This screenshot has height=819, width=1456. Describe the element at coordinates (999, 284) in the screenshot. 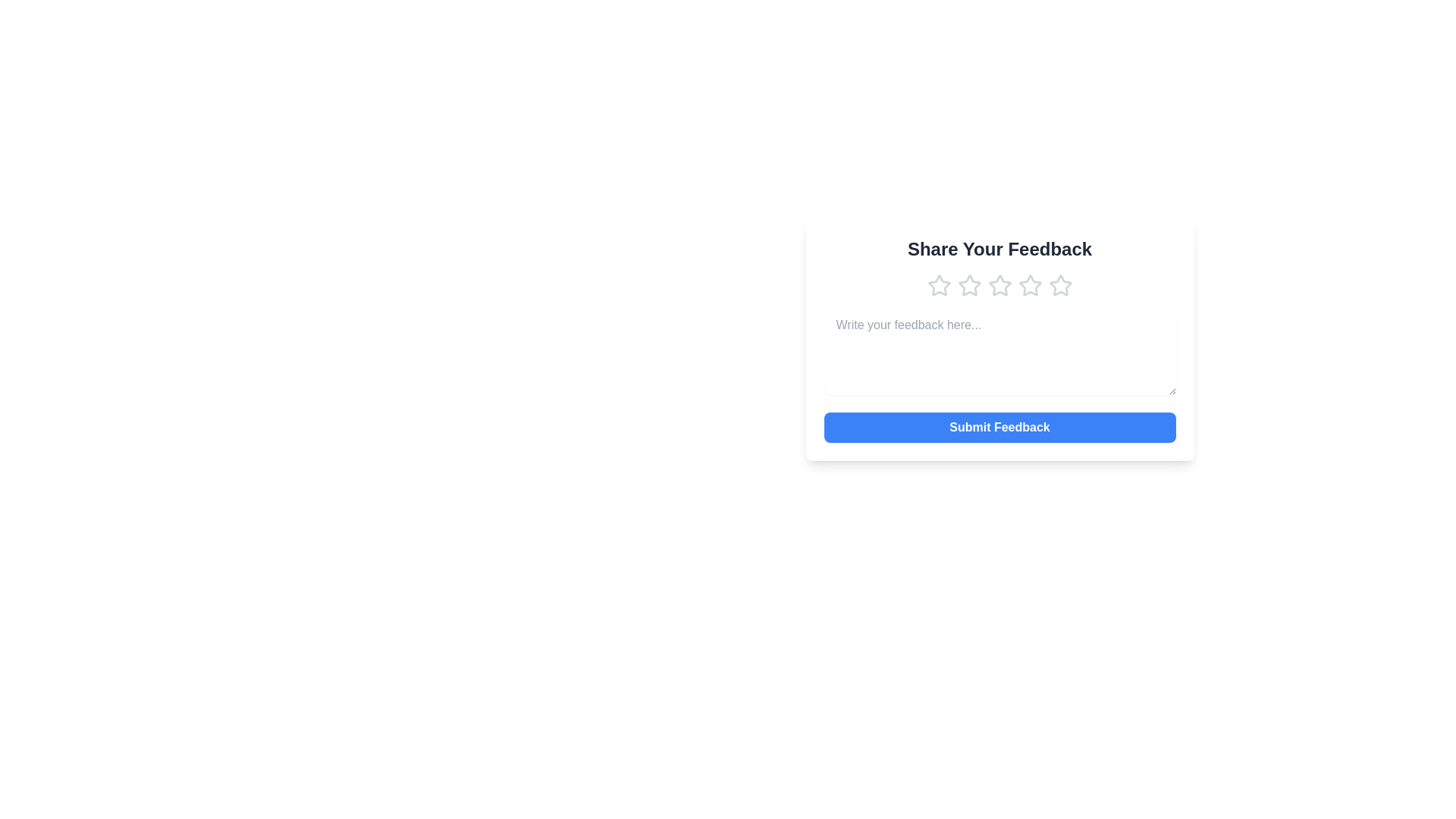

I see `the third star icon in the rating system located below 'Share Your Feedback'` at that location.